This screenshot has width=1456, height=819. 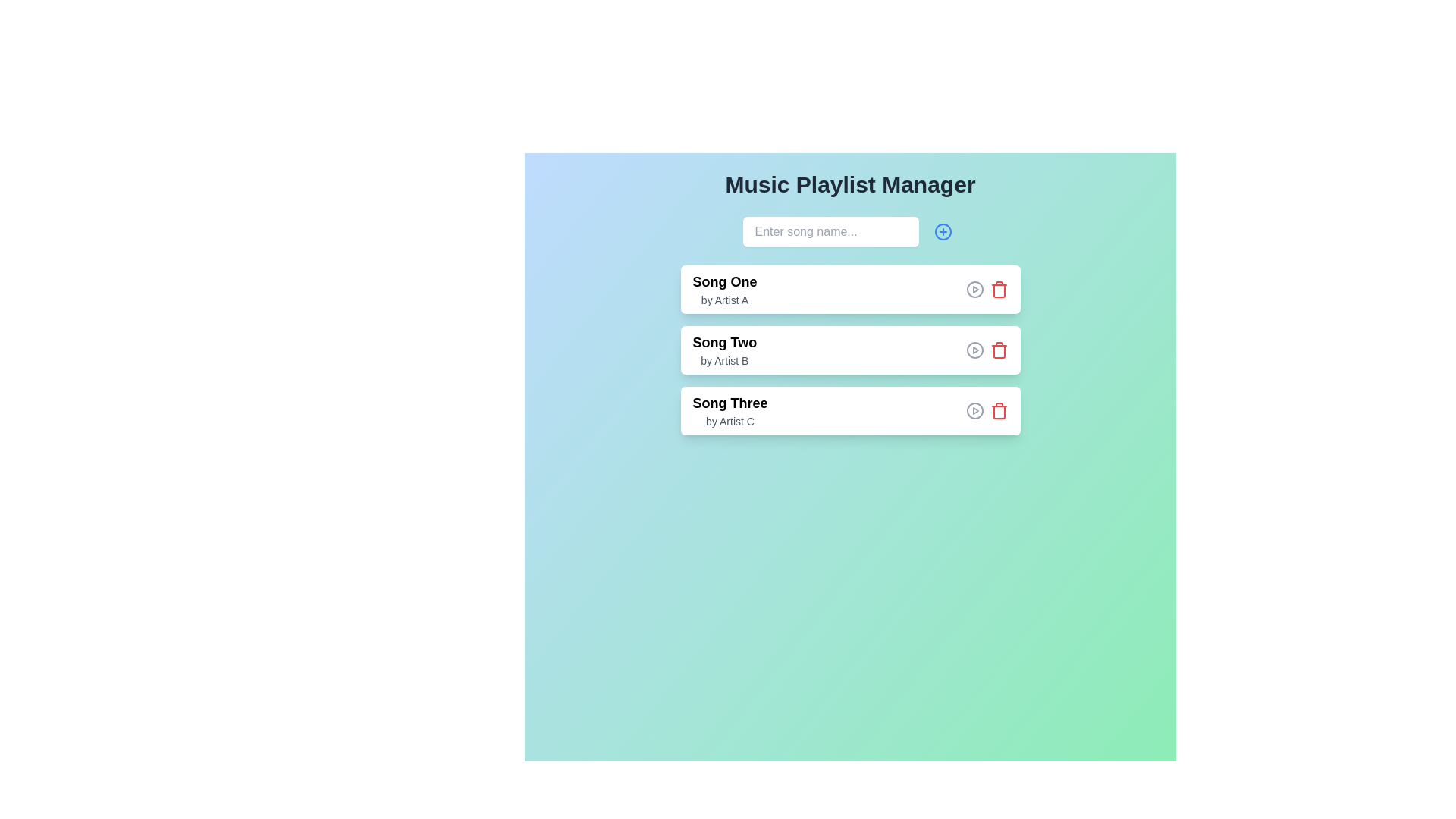 I want to click on the text label that reads 'by Artist C', which is a small light gray font positioned below 'Song Three' in the third playlist entry, so click(x=730, y=421).